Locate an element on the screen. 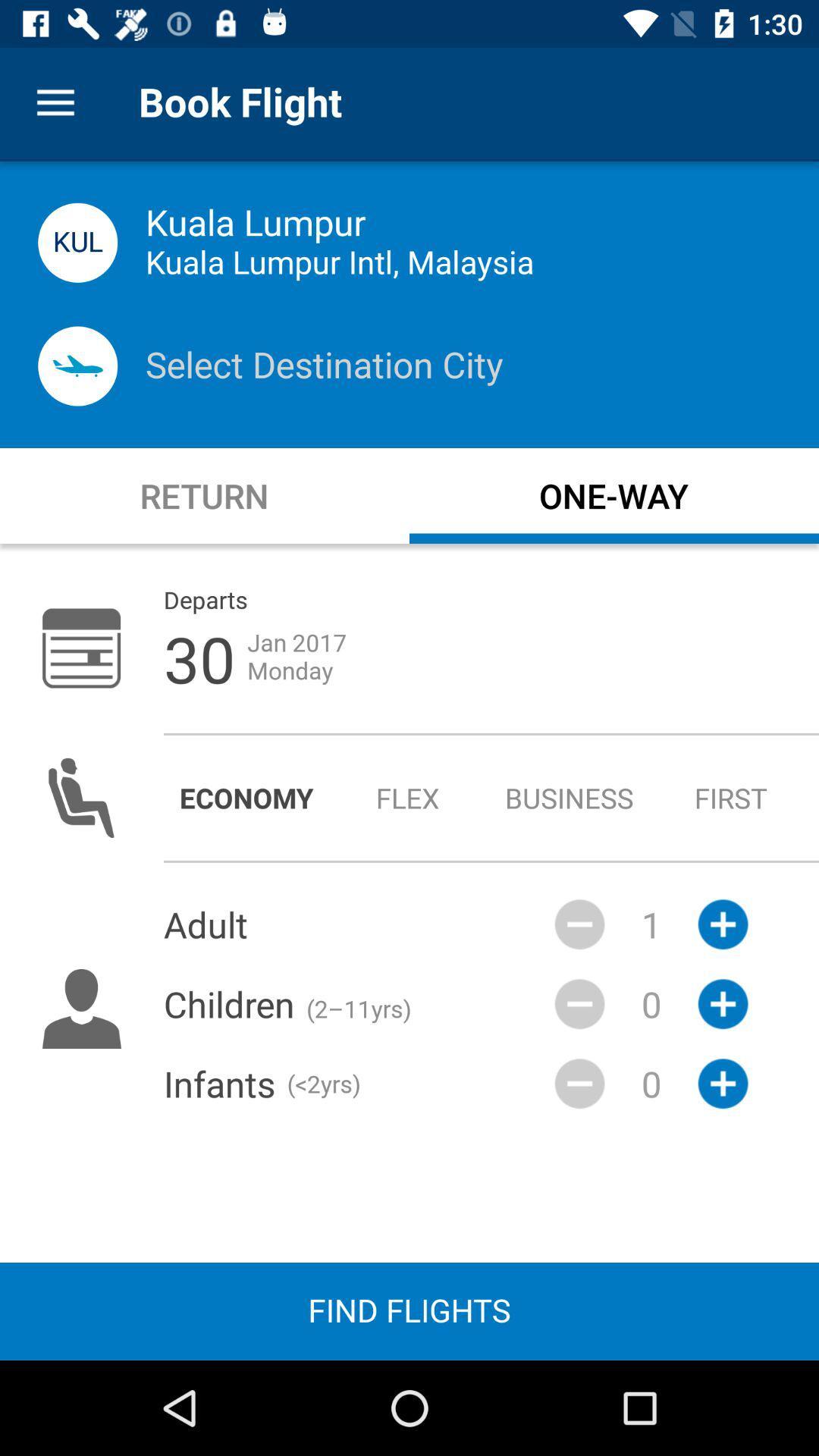 Image resolution: width=819 pixels, height=1456 pixels. item to the left of flex radio button is located at coordinates (246, 797).